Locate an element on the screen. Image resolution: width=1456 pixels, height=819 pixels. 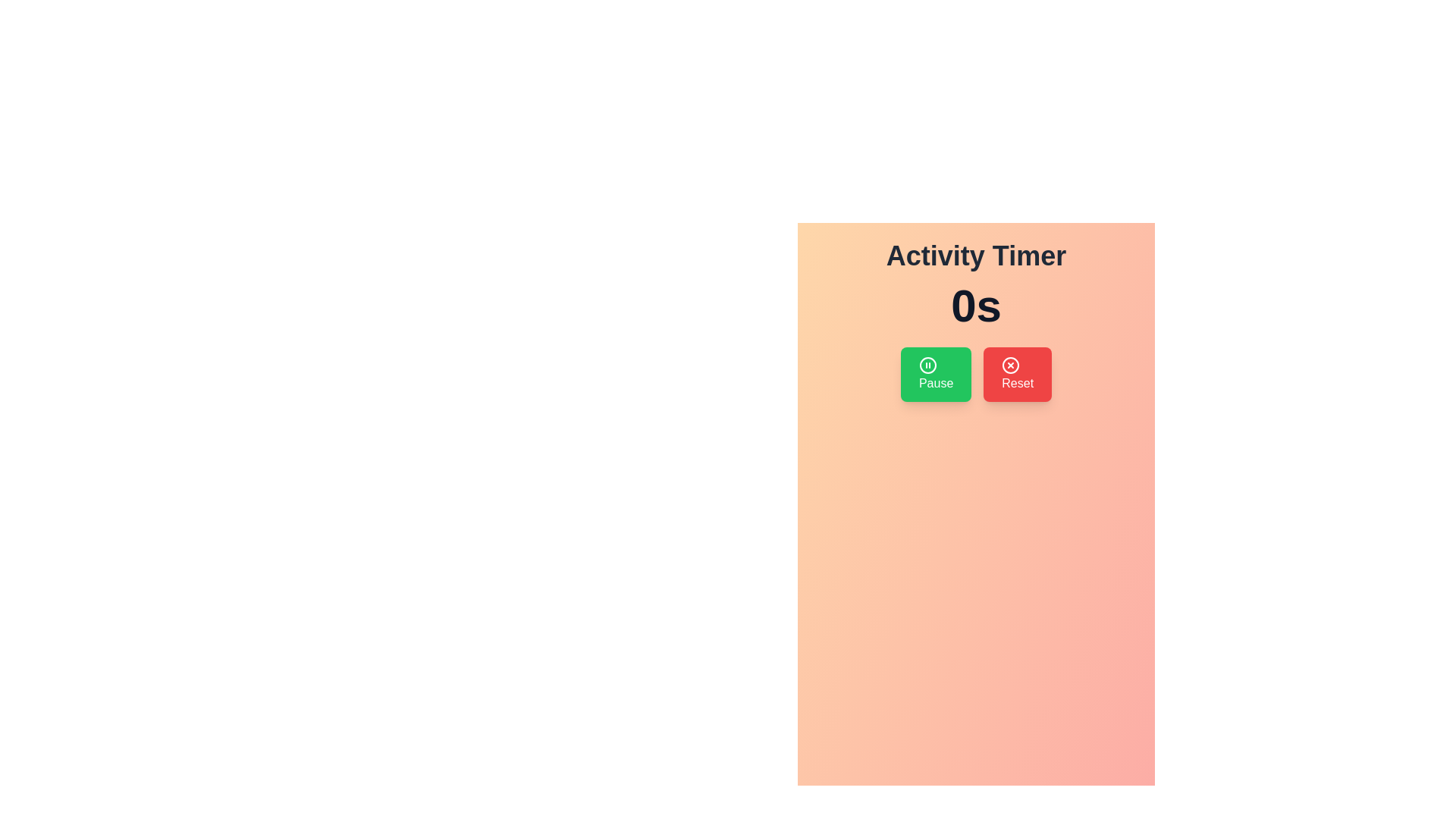
the circular SVG graphic located within the green 'Pause' button at the center of the button is located at coordinates (927, 366).